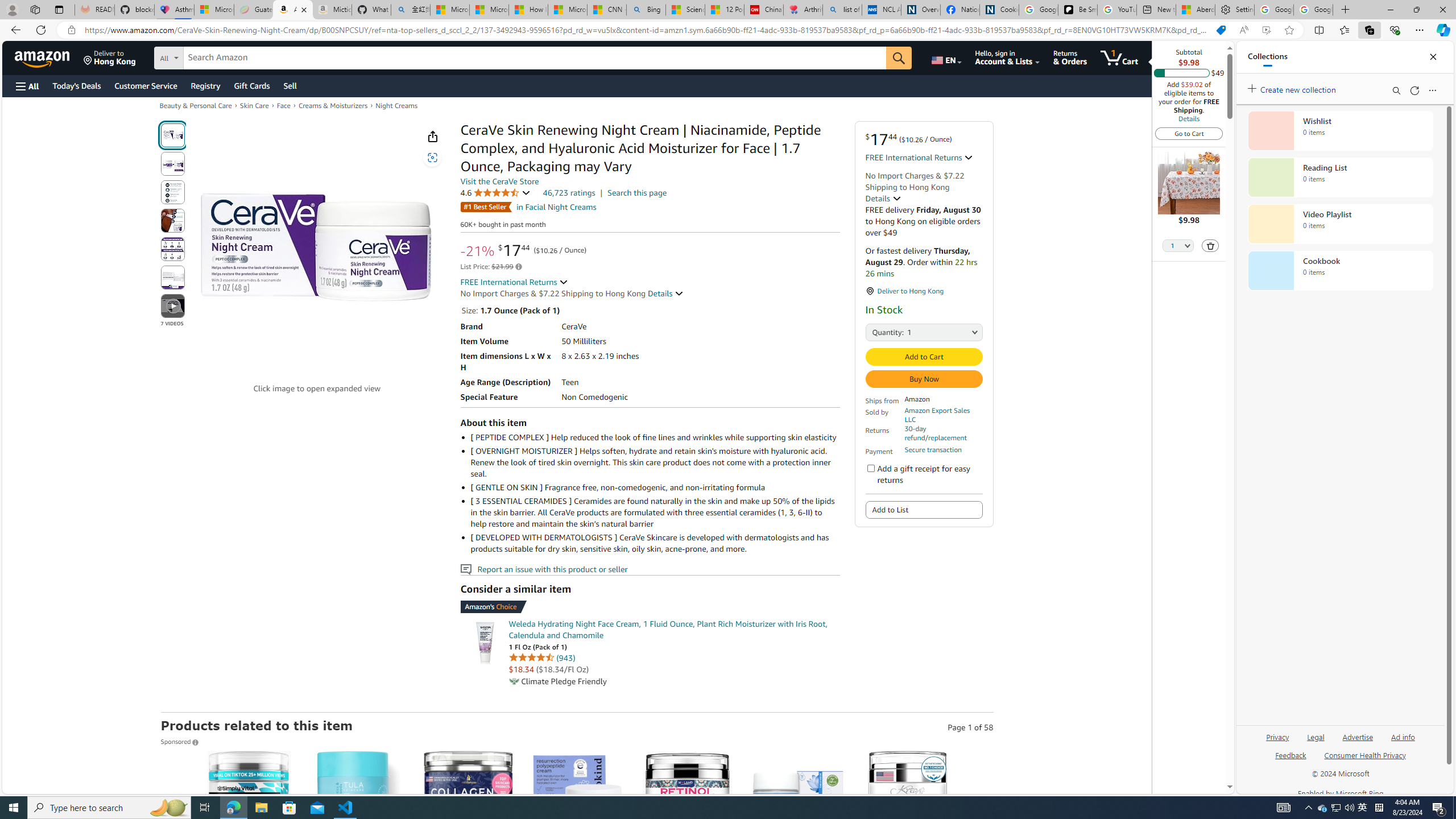  I want to click on 'Amazon', so click(43, 57).